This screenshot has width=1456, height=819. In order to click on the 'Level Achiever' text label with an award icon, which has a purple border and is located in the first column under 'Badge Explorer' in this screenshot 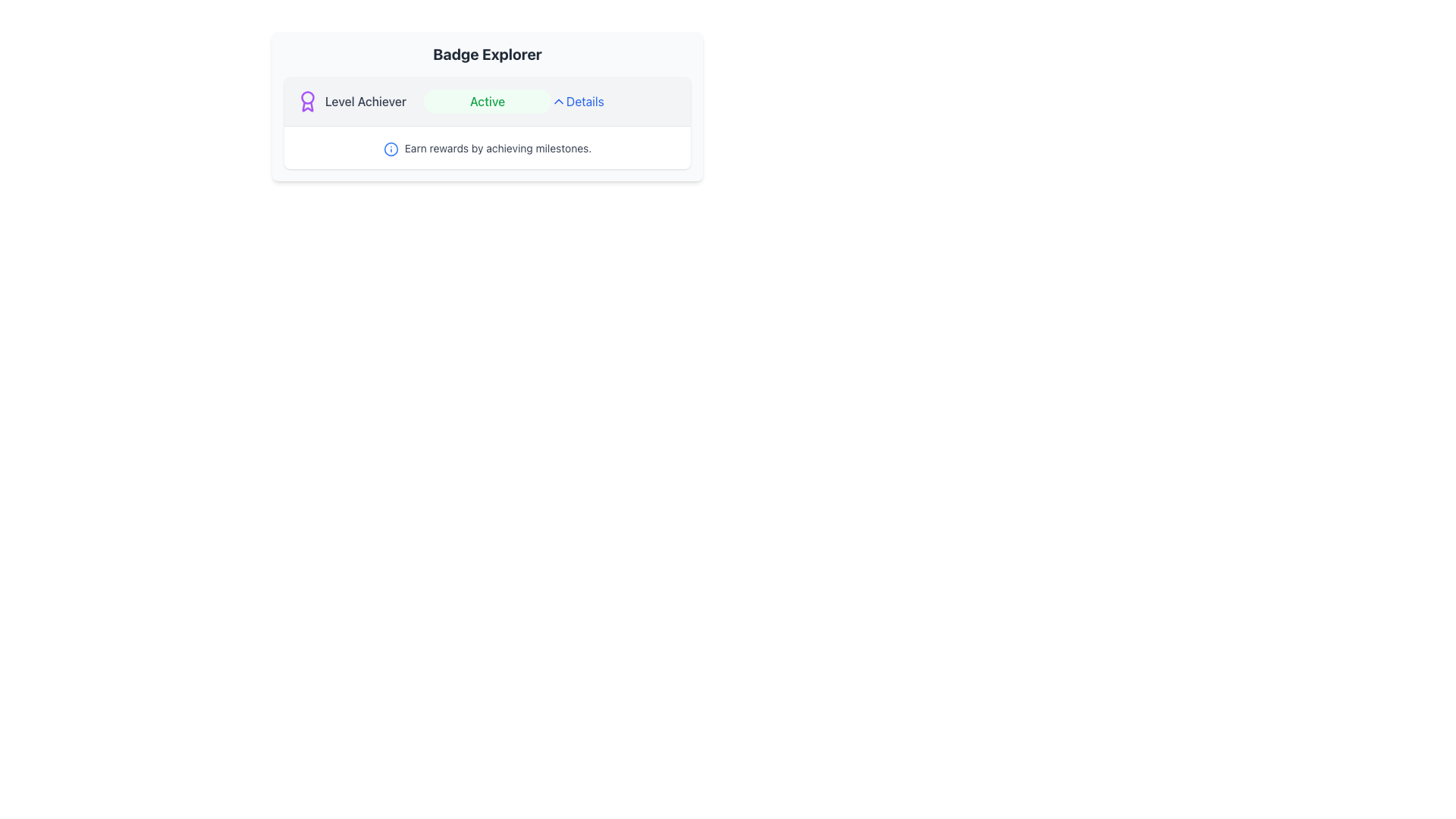, I will do `click(359, 102)`.